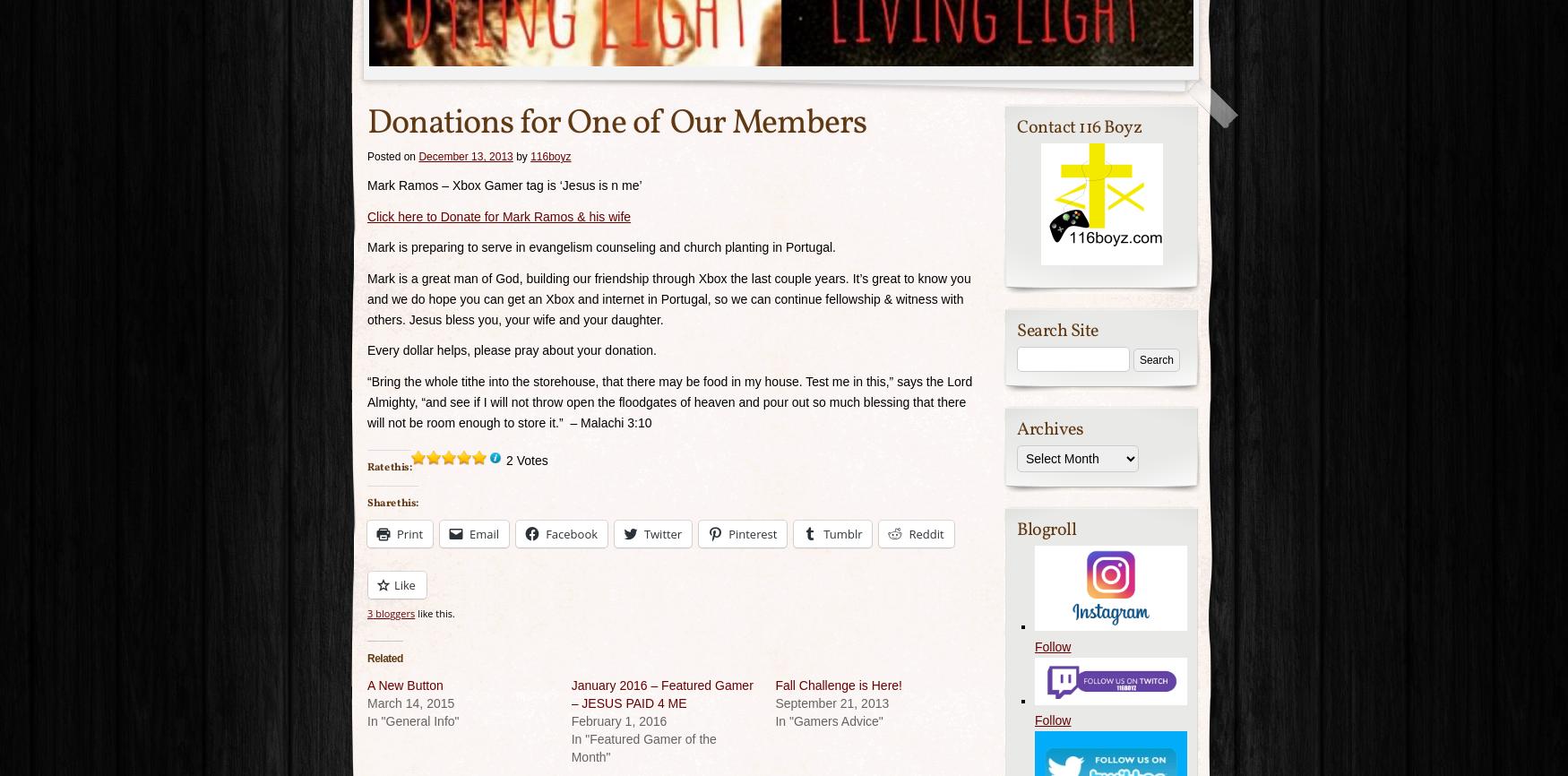 The image size is (1568, 776). Describe the element at coordinates (468, 533) in the screenshot. I see `'Email'` at that location.